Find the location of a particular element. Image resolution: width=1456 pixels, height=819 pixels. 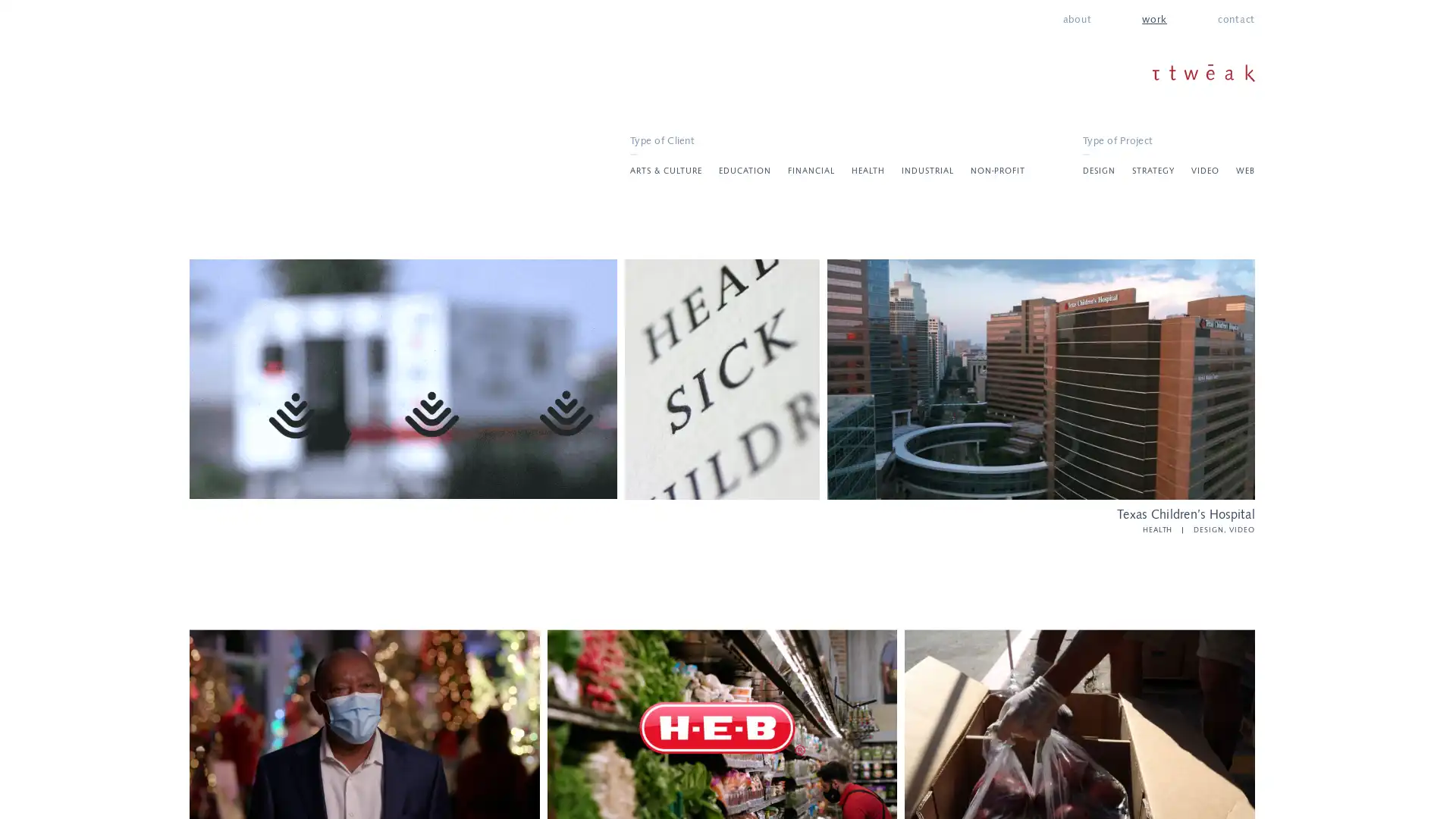

INDUSTRIAL is located at coordinates (927, 171).